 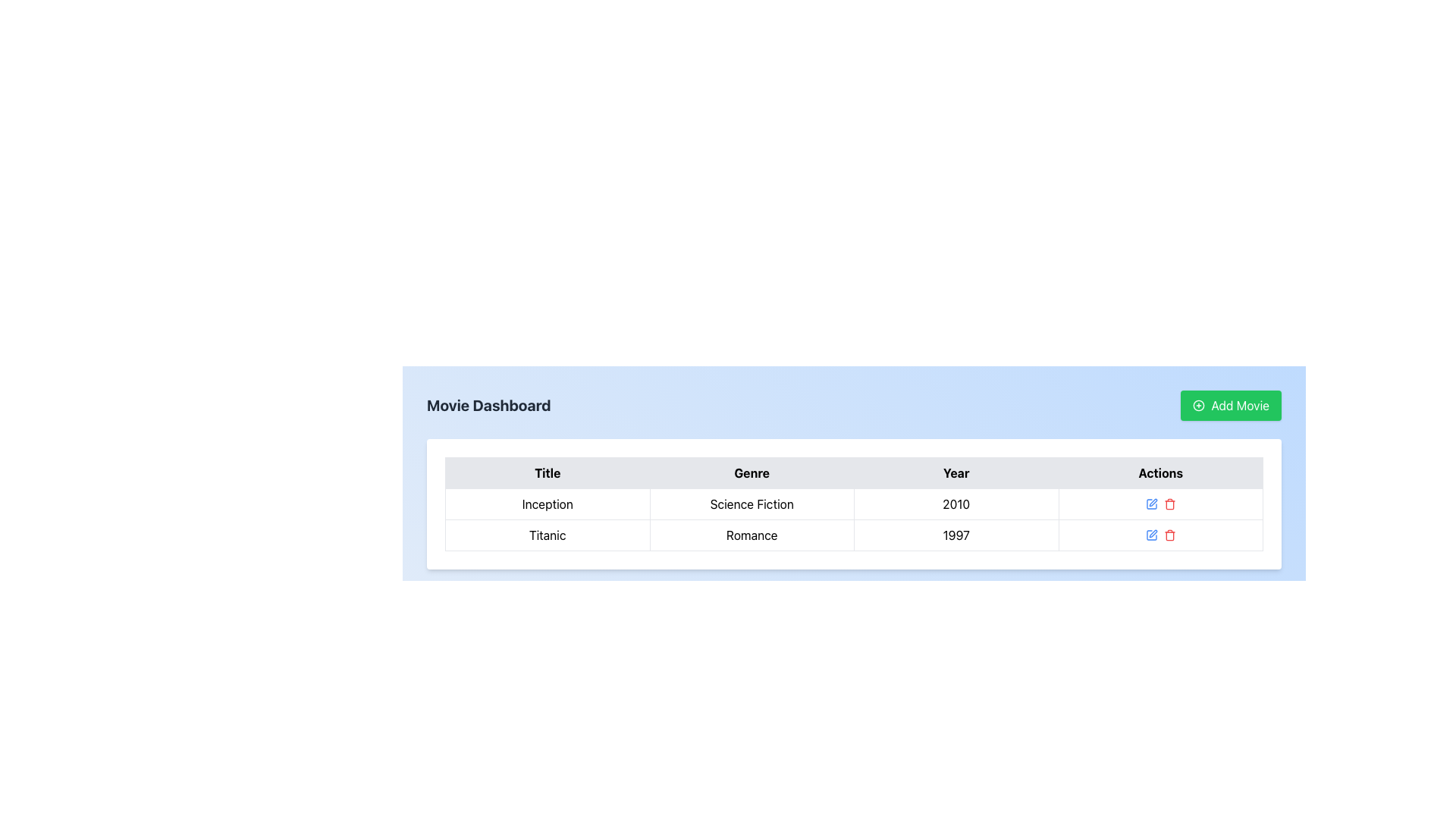 What do you see at coordinates (854, 519) in the screenshot?
I see `the table row containing details for 'Inception' and 'Titanic'` at bounding box center [854, 519].